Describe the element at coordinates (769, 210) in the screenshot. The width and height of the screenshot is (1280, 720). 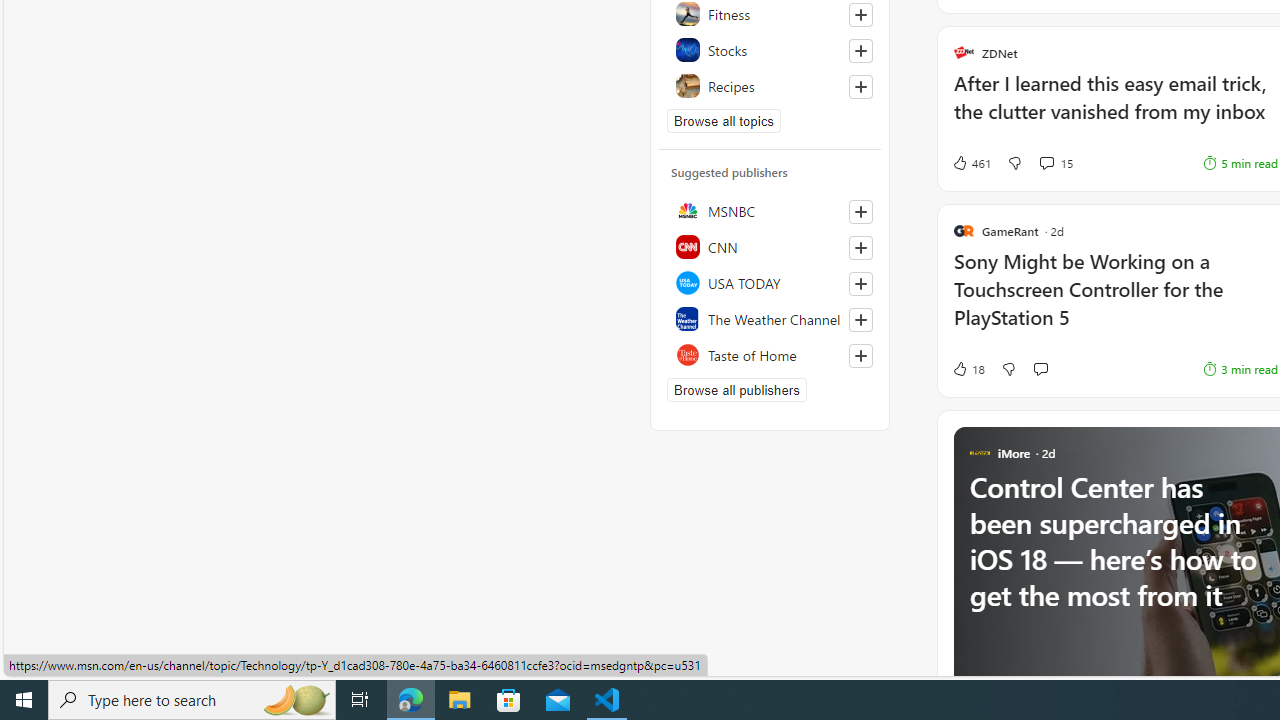
I see `'MSNBC'` at that location.